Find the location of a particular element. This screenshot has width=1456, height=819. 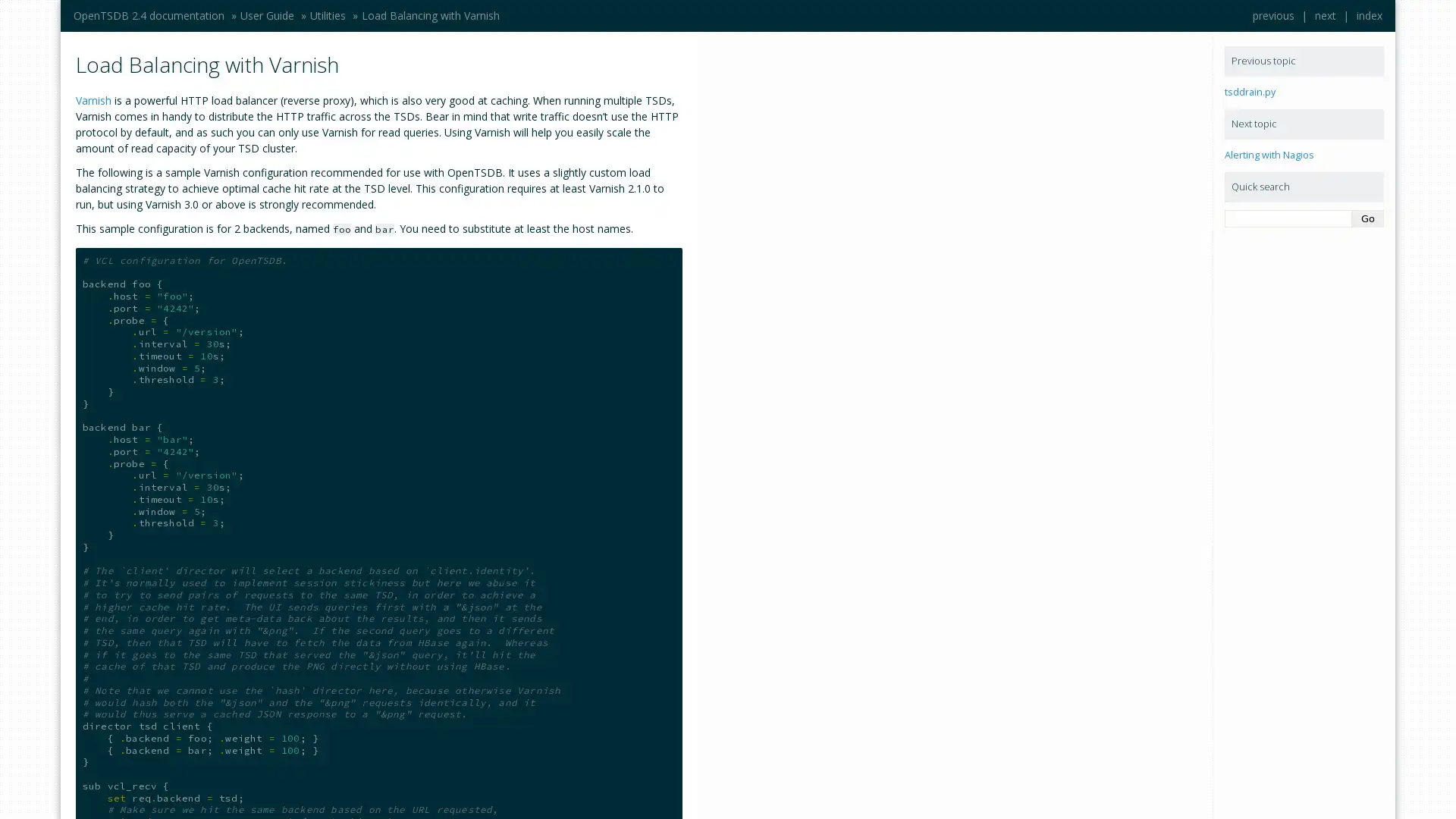

Go is located at coordinates (1368, 218).